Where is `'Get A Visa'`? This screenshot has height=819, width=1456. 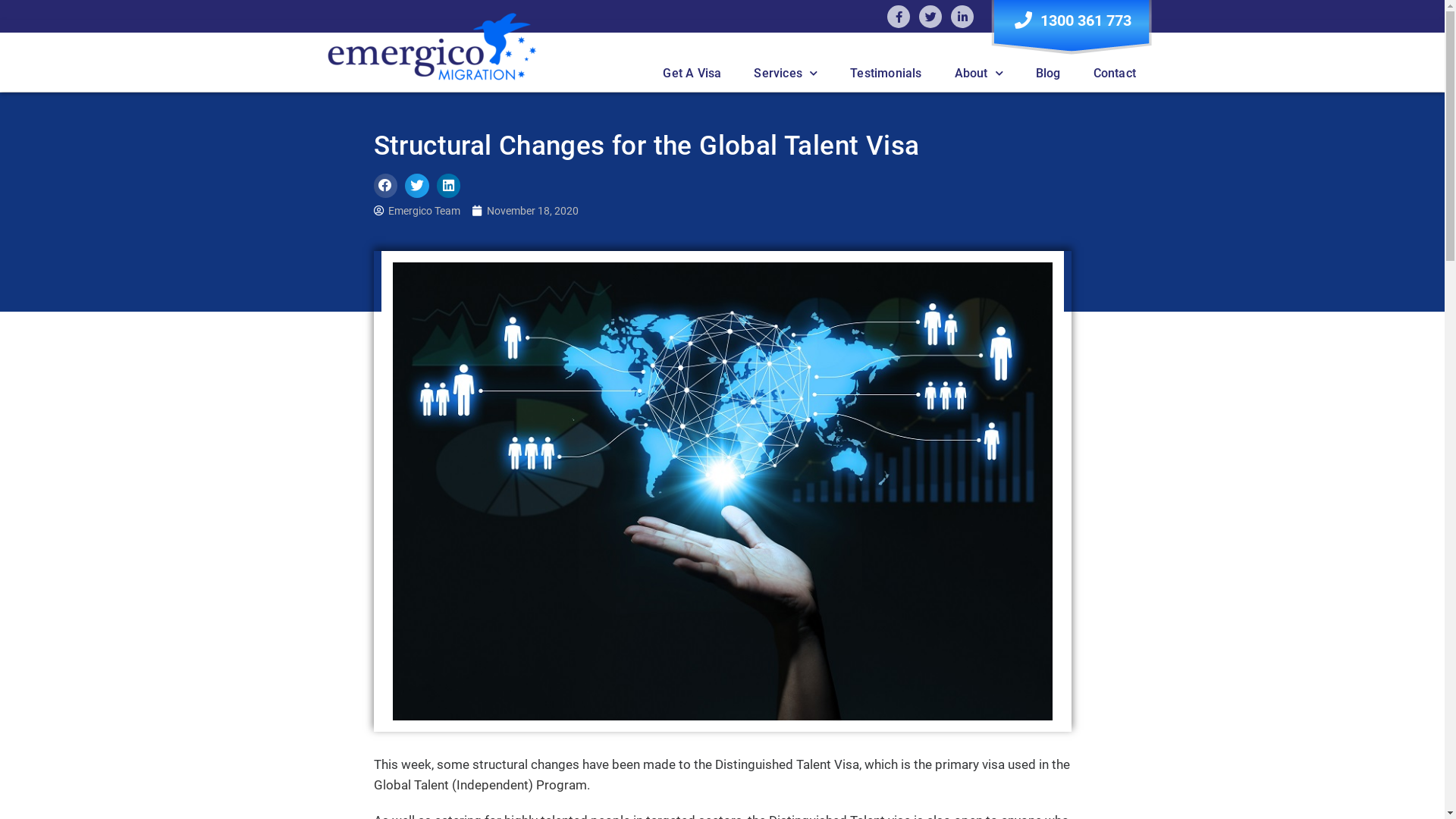
'Get A Visa' is located at coordinates (691, 73).